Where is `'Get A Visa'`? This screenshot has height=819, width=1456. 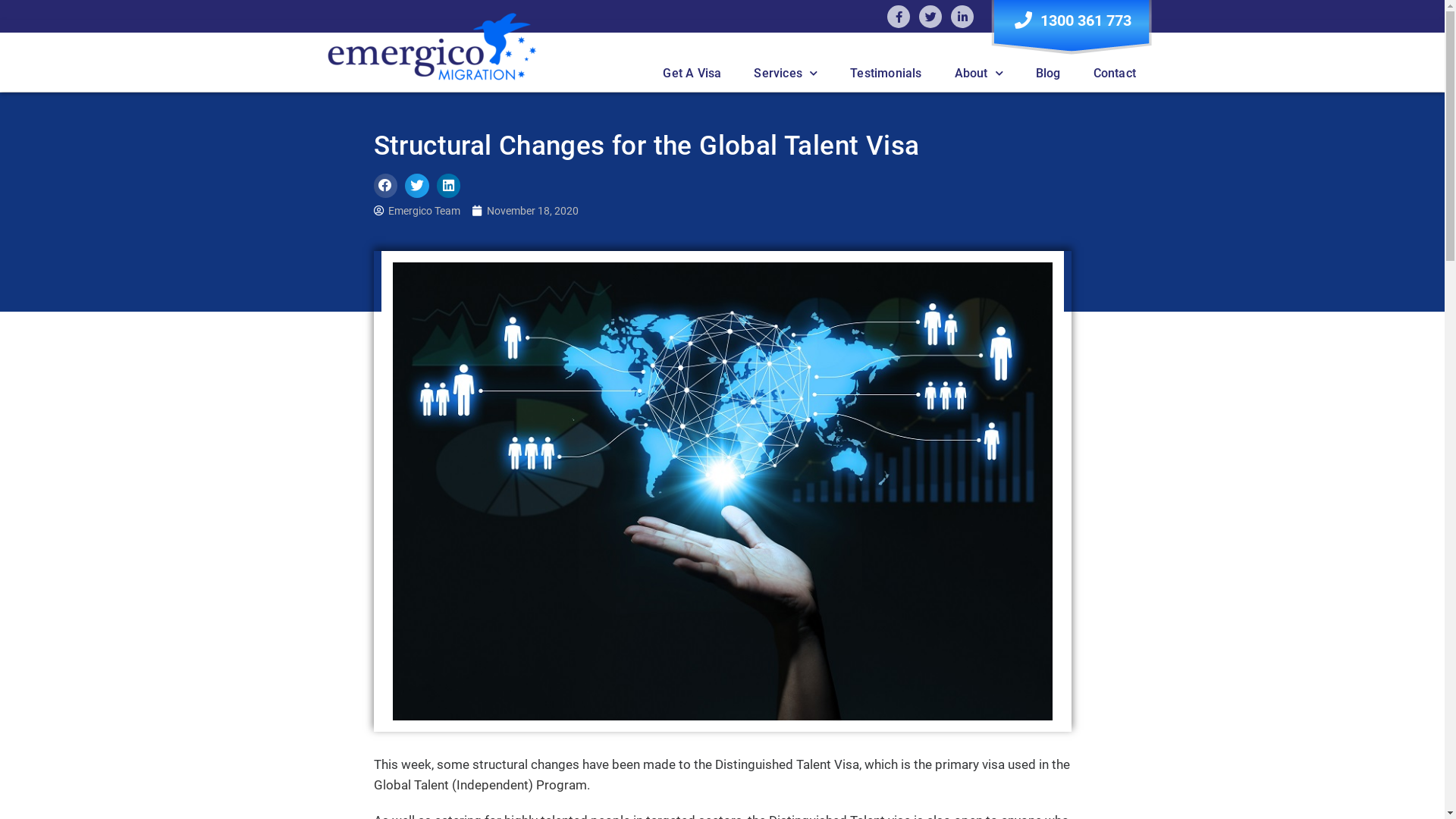
'Get A Visa' is located at coordinates (691, 73).